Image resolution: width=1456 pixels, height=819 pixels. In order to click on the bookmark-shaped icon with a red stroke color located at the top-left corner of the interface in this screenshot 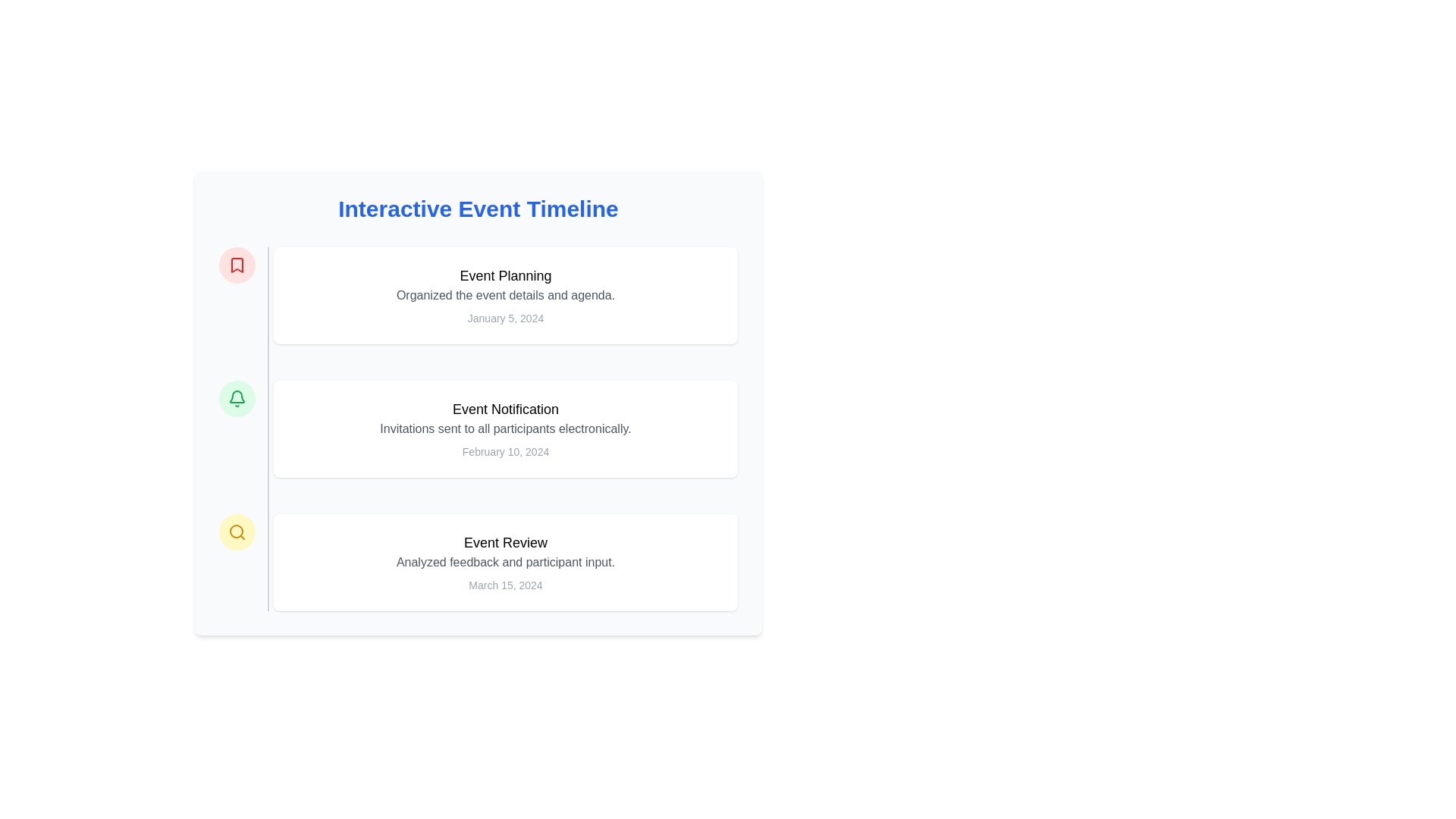, I will do `click(236, 265)`.